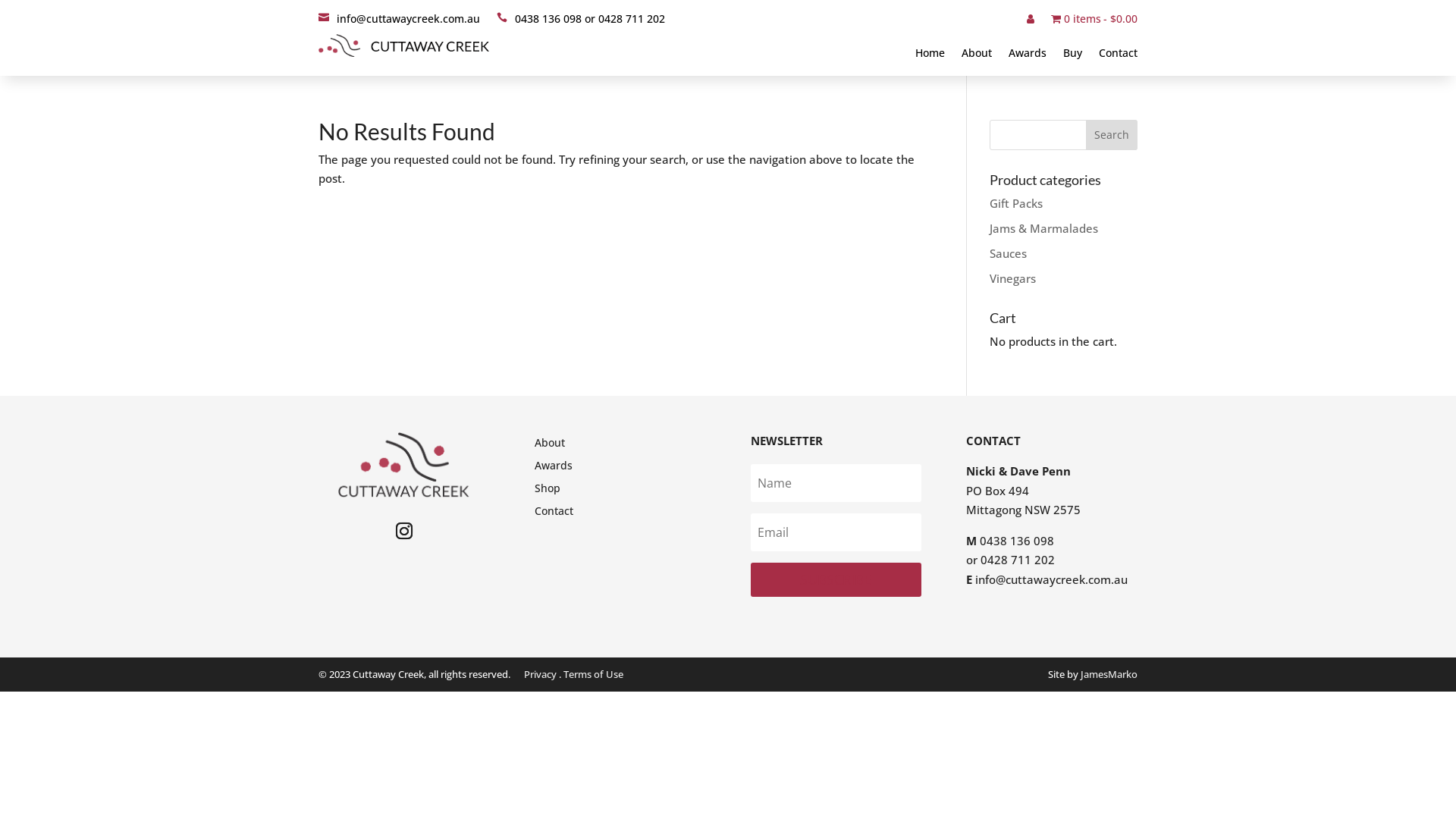 Image resolution: width=1456 pixels, height=819 pixels. What do you see at coordinates (399, 22) in the screenshot?
I see `'info@cuttawaycreek.com.au'` at bounding box center [399, 22].